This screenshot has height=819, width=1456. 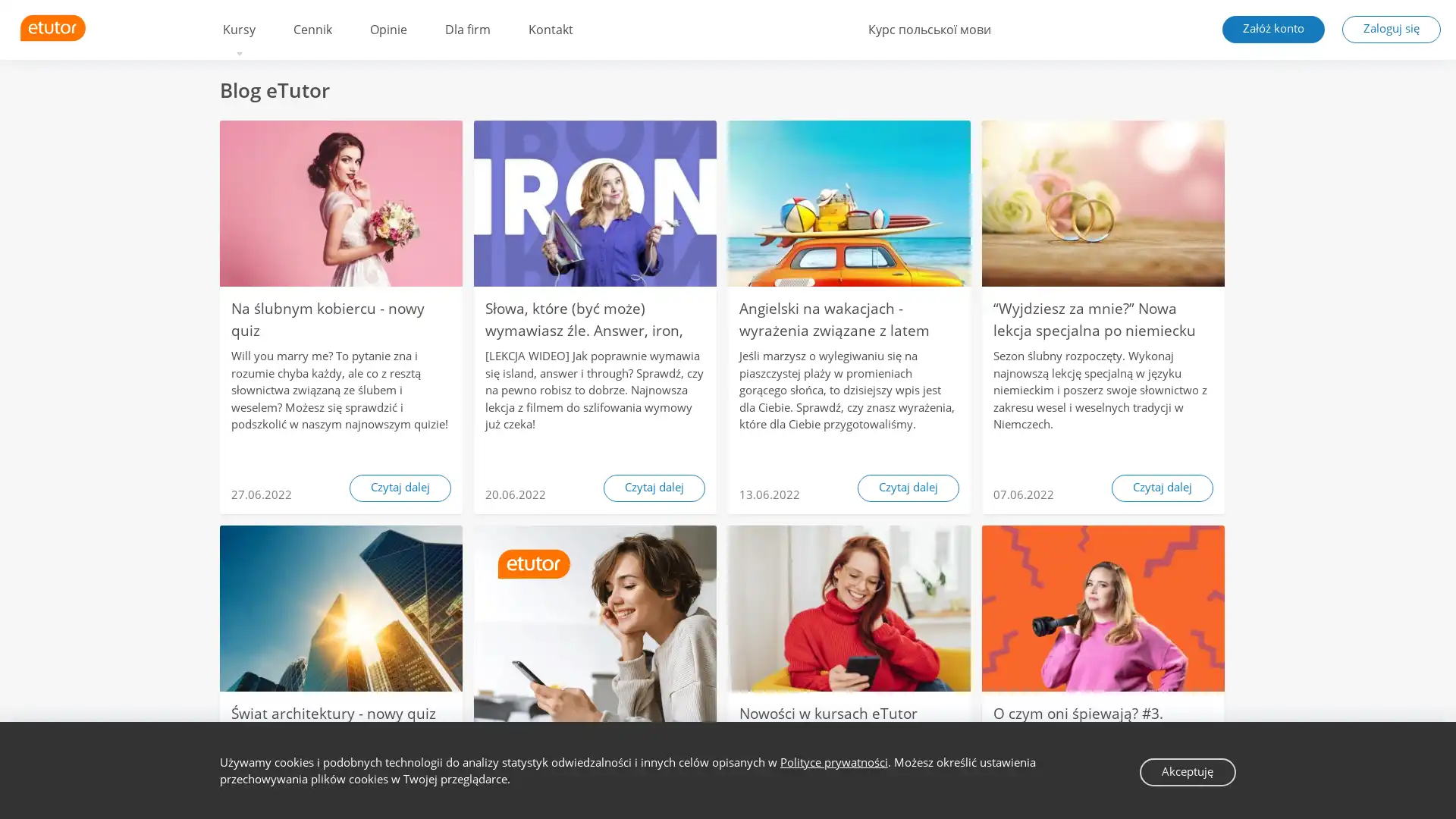 I want to click on Akceptuje, so click(x=1187, y=772).